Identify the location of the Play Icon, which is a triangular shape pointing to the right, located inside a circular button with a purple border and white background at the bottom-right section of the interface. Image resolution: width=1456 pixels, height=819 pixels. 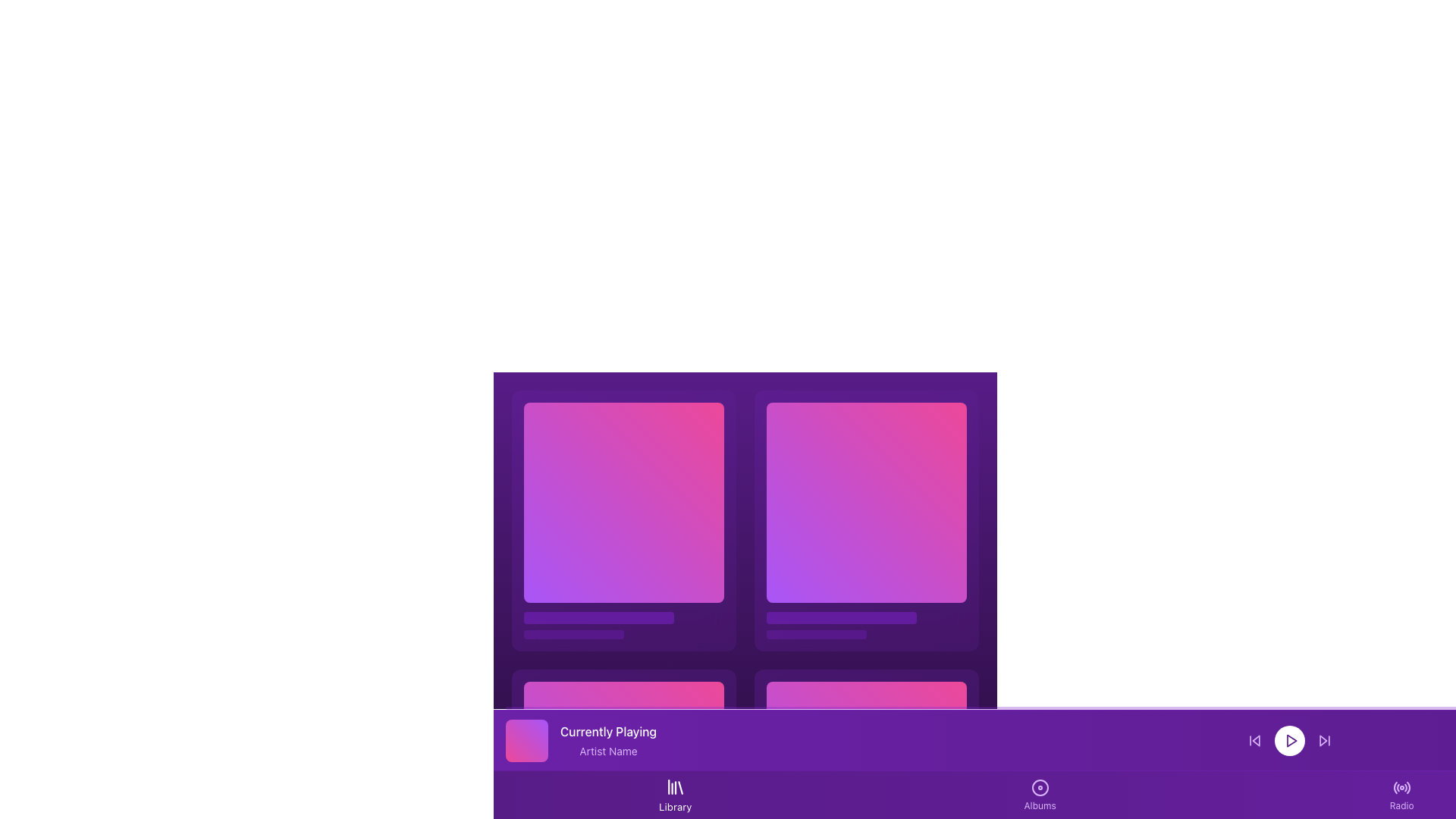
(1290, 739).